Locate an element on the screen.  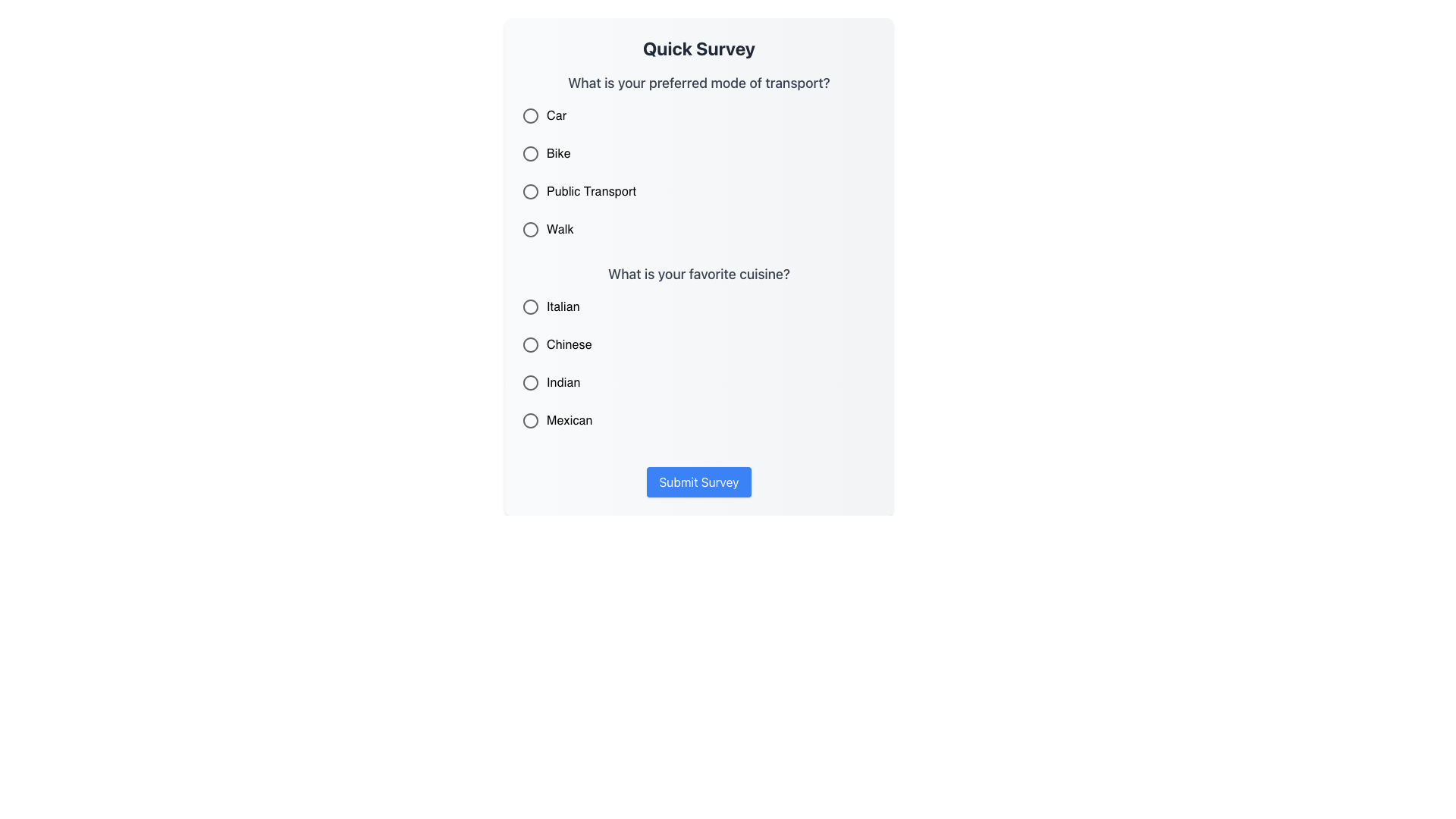
the 'Indian' radio button is located at coordinates (531, 382).